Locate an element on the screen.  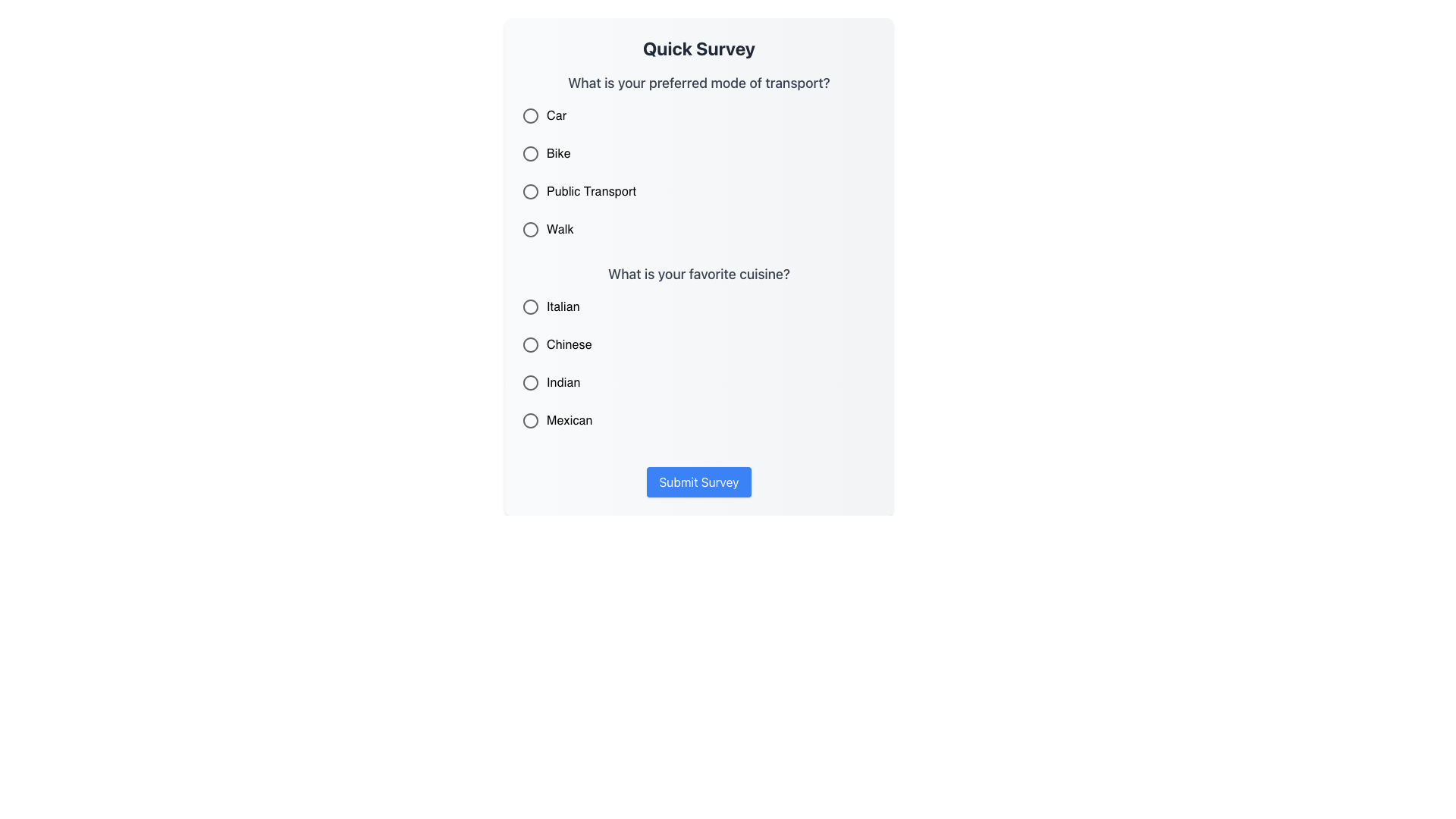
the 'Indian' radio button is located at coordinates (531, 382).